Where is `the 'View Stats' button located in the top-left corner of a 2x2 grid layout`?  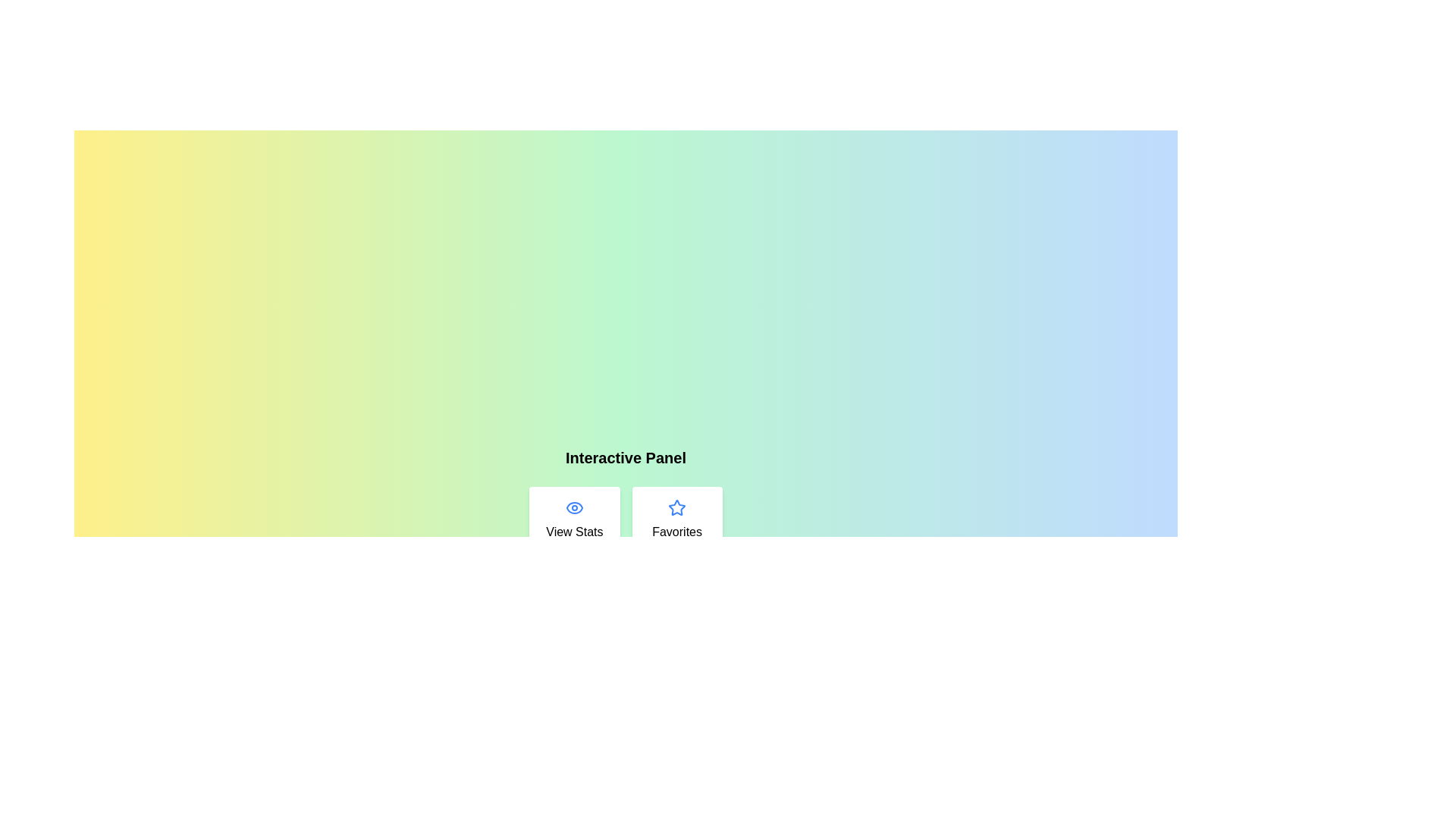
the 'View Stats' button located in the top-left corner of a 2x2 grid layout is located at coordinates (573, 519).